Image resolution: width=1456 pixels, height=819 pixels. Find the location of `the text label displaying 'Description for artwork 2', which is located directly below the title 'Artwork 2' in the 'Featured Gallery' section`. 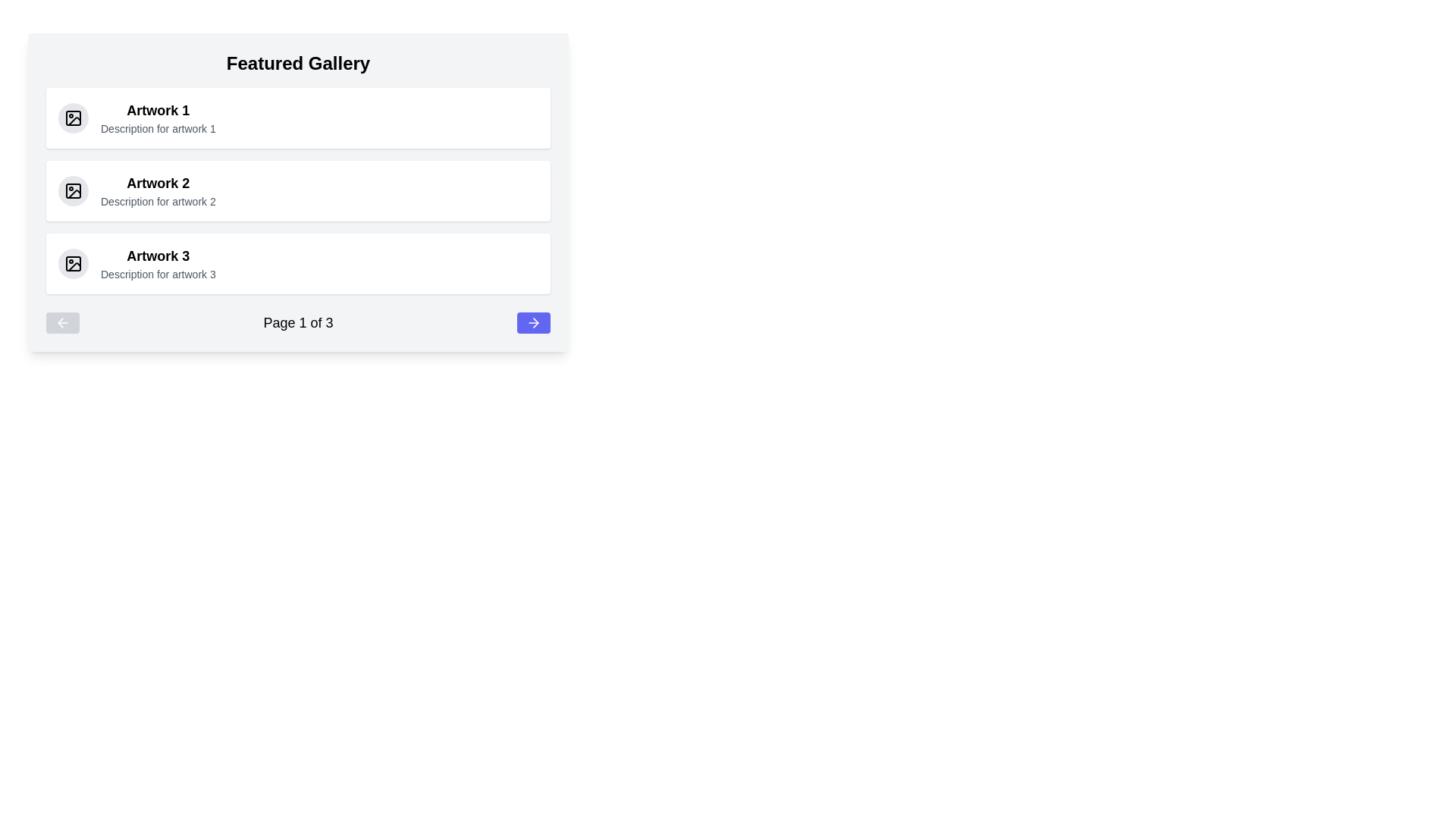

the text label displaying 'Description for artwork 2', which is located directly below the title 'Artwork 2' in the 'Featured Gallery' section is located at coordinates (158, 201).